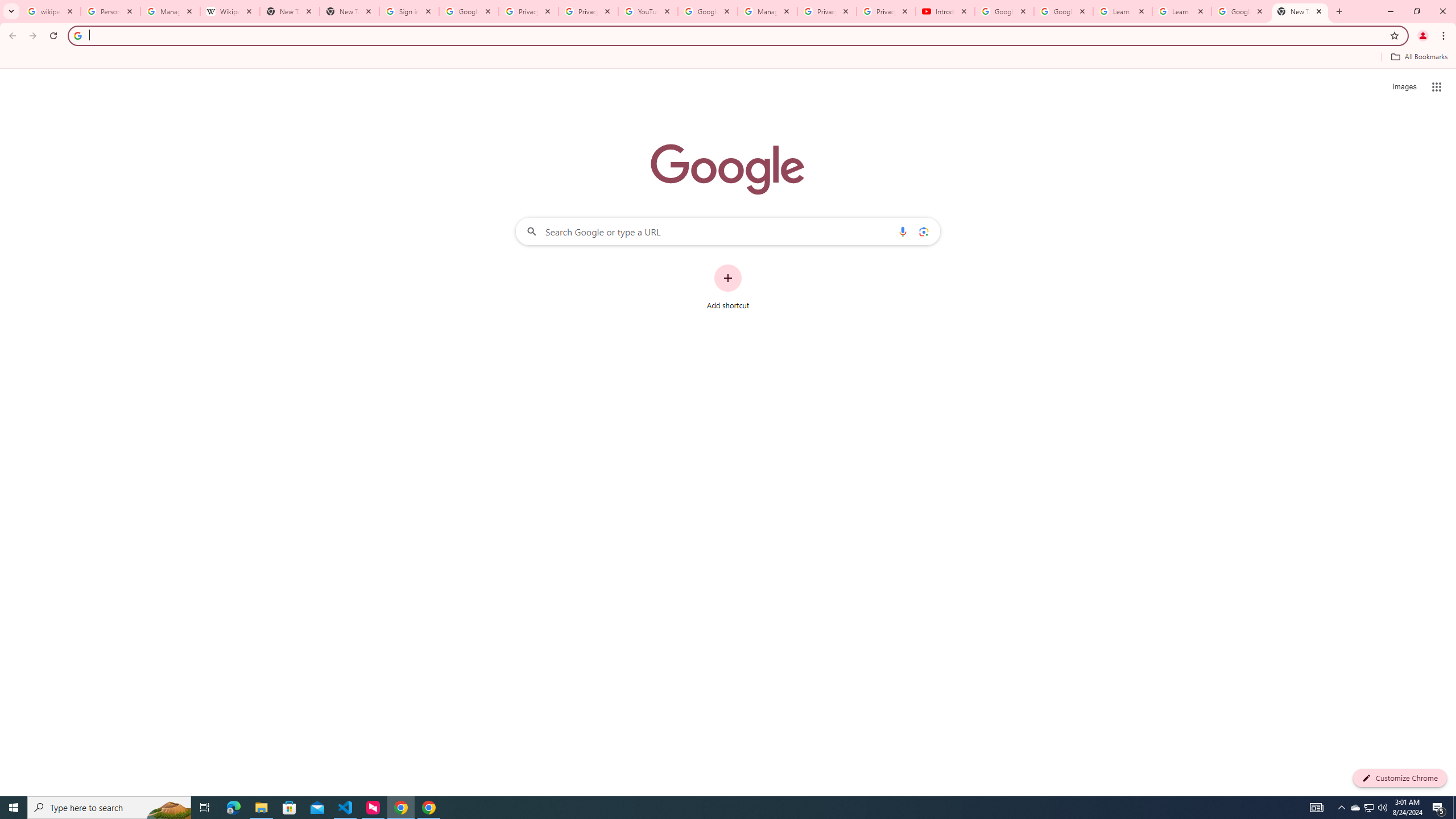 The height and width of the screenshot is (819, 1456). I want to click on 'Introduction | Google Privacy Policy - YouTube', so click(944, 11).